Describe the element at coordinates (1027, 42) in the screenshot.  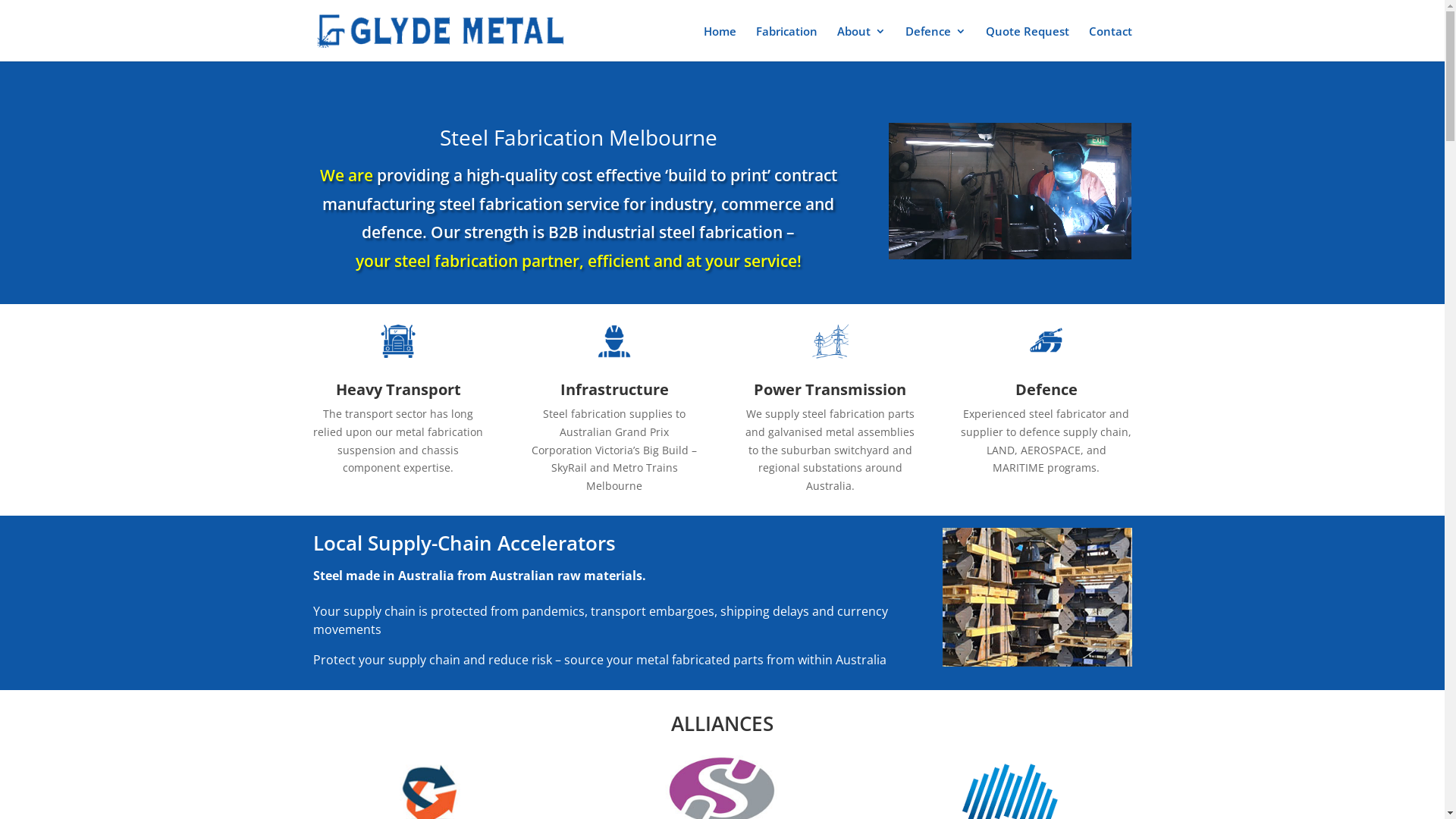
I see `'Quote Request'` at that location.